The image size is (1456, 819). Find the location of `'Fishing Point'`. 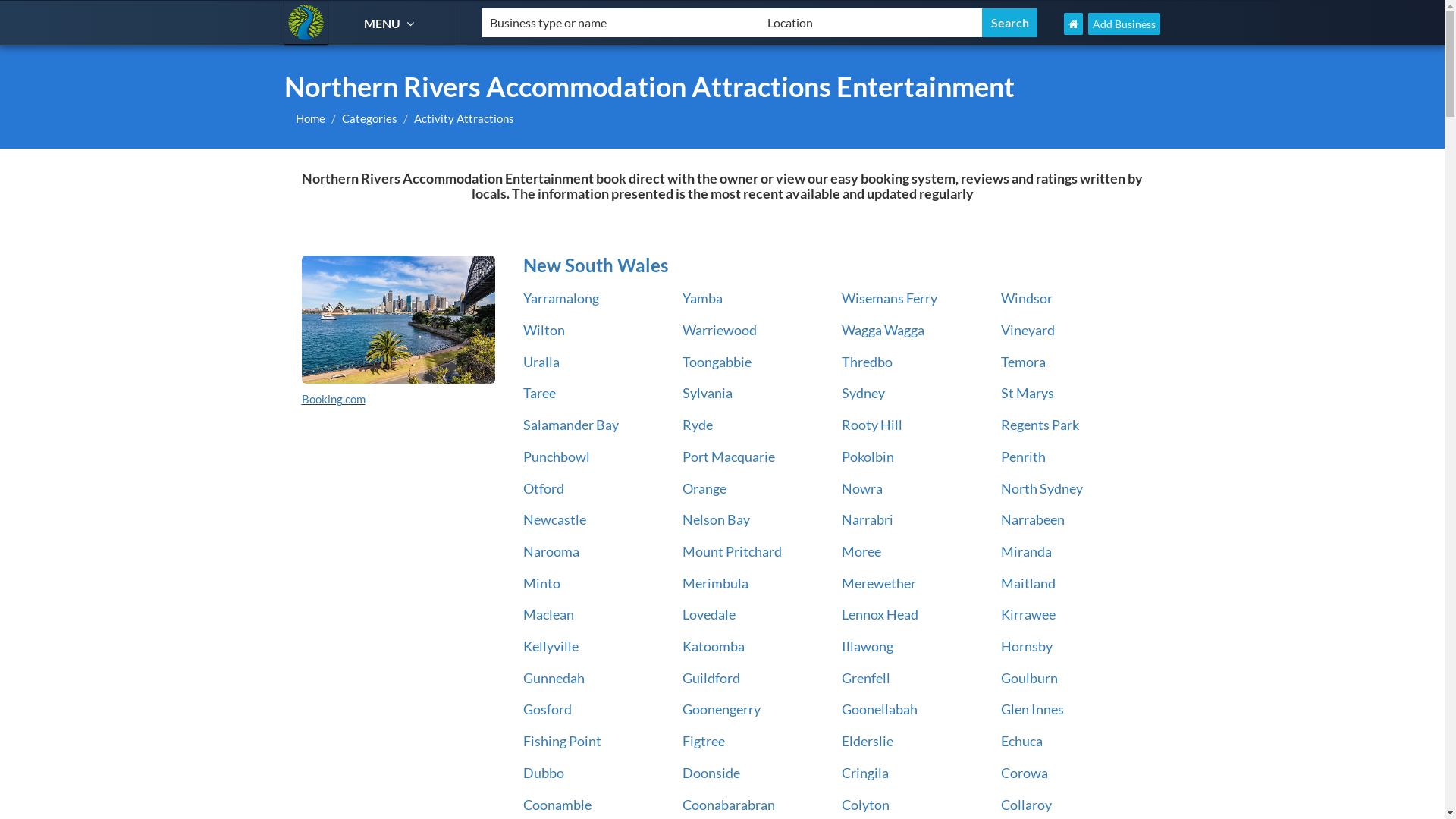

'Fishing Point' is located at coordinates (561, 739).